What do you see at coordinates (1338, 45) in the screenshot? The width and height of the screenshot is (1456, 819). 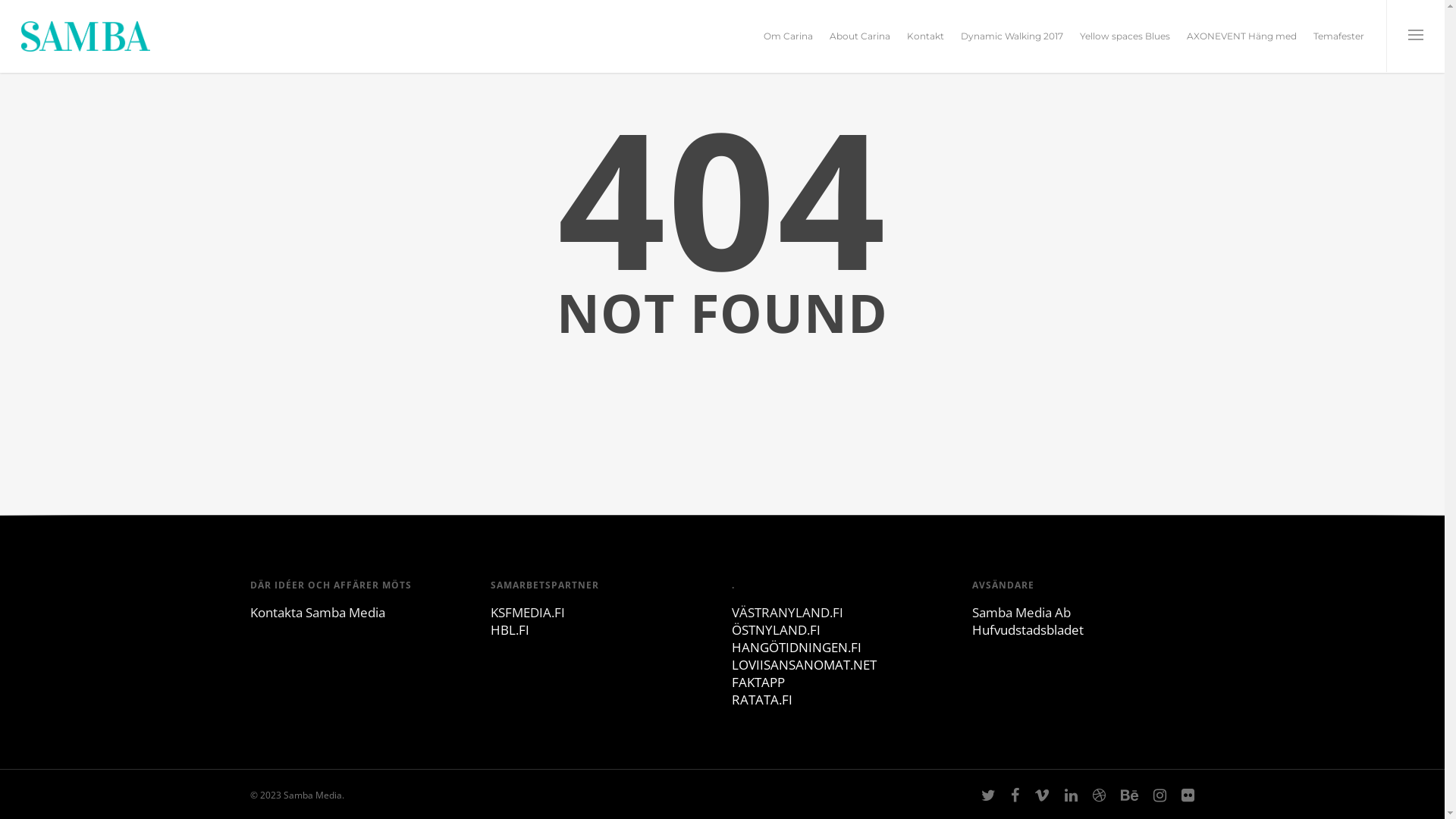 I see `'Temafester'` at bounding box center [1338, 45].